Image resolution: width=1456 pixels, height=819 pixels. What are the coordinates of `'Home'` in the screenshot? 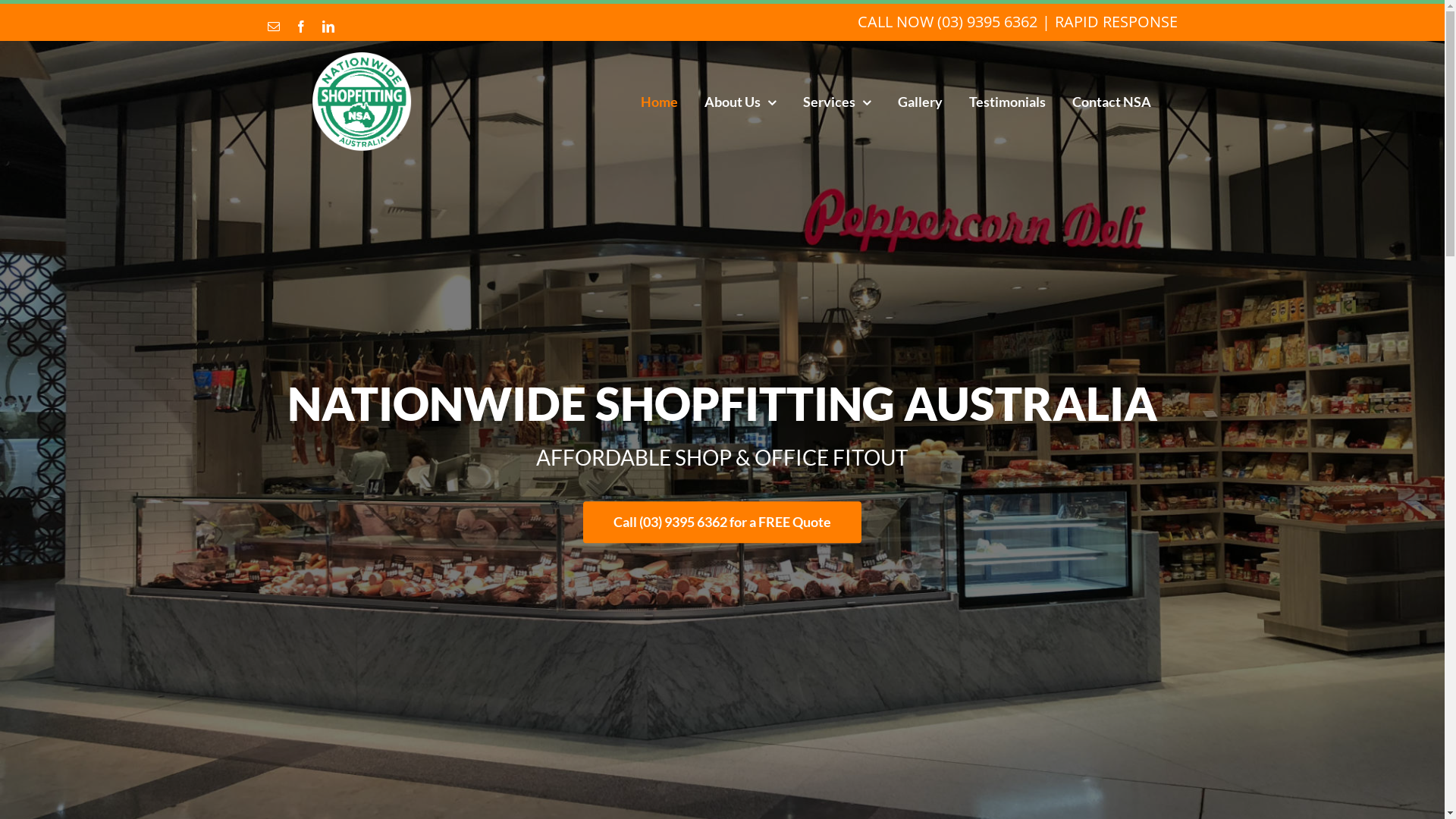 It's located at (658, 102).